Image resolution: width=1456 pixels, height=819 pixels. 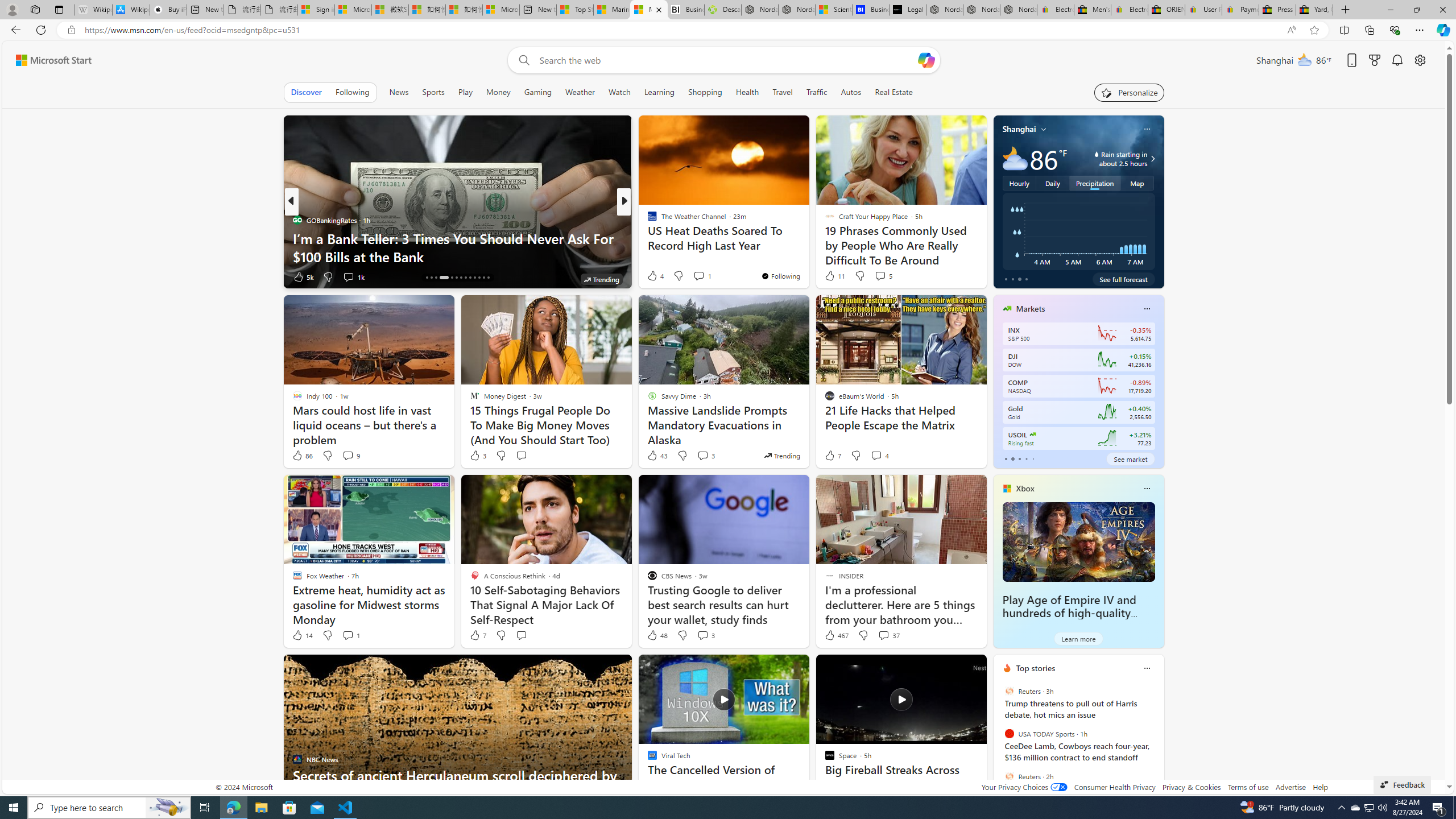 What do you see at coordinates (1137, 183) in the screenshot?
I see `'Map'` at bounding box center [1137, 183].